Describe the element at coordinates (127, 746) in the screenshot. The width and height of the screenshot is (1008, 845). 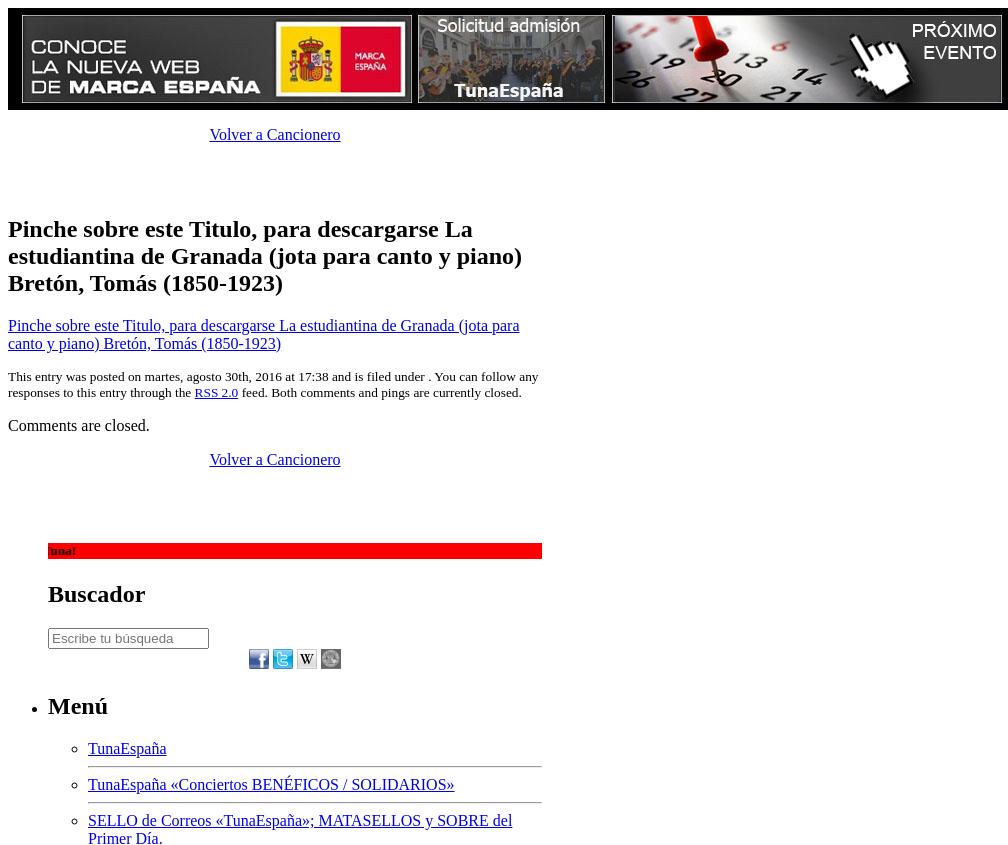
I see `'TunaEspaña'` at that location.